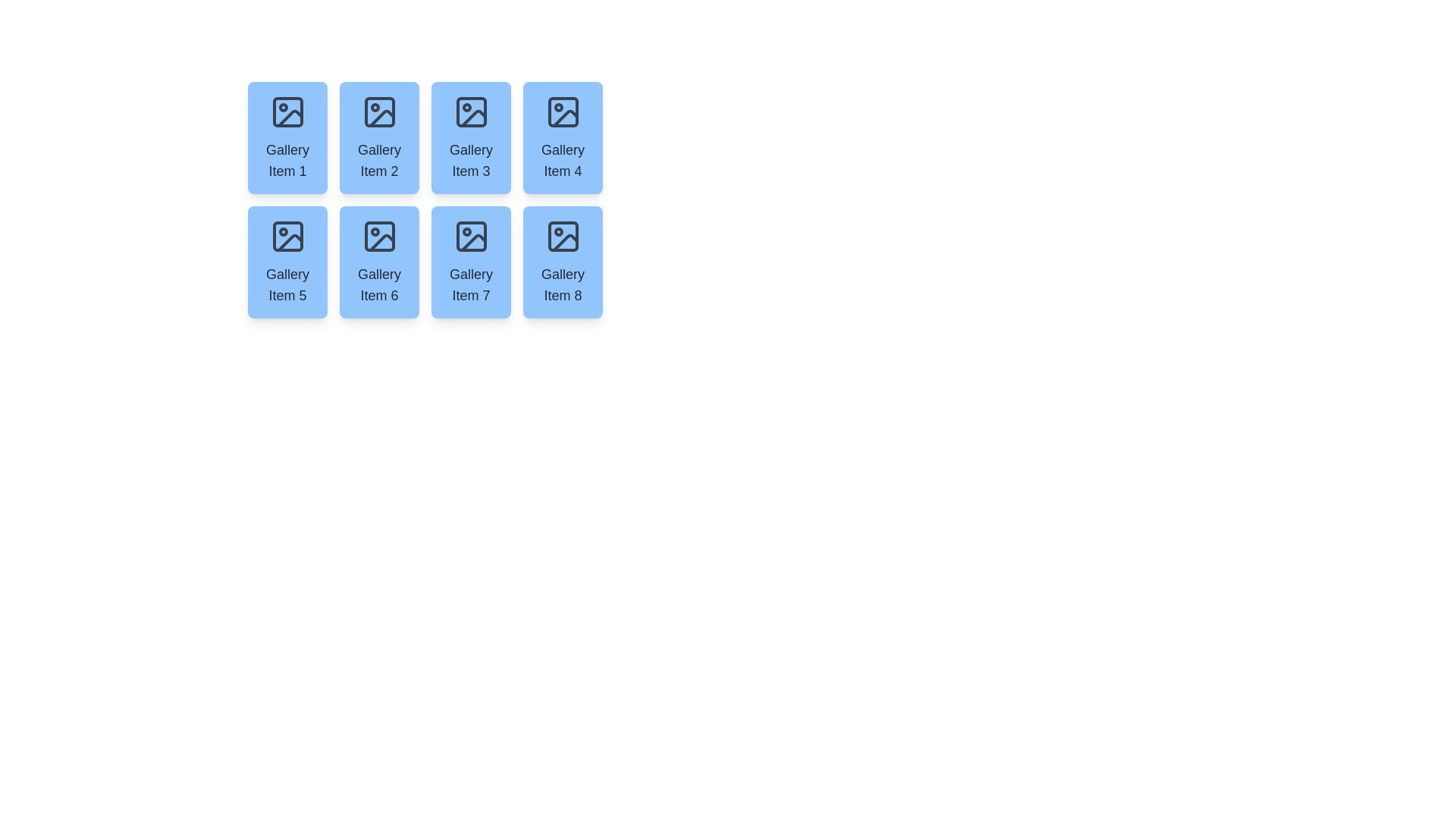 The width and height of the screenshot is (1456, 819). I want to click on the gallery item display card located in the first column and second row of the grid, so click(287, 262).